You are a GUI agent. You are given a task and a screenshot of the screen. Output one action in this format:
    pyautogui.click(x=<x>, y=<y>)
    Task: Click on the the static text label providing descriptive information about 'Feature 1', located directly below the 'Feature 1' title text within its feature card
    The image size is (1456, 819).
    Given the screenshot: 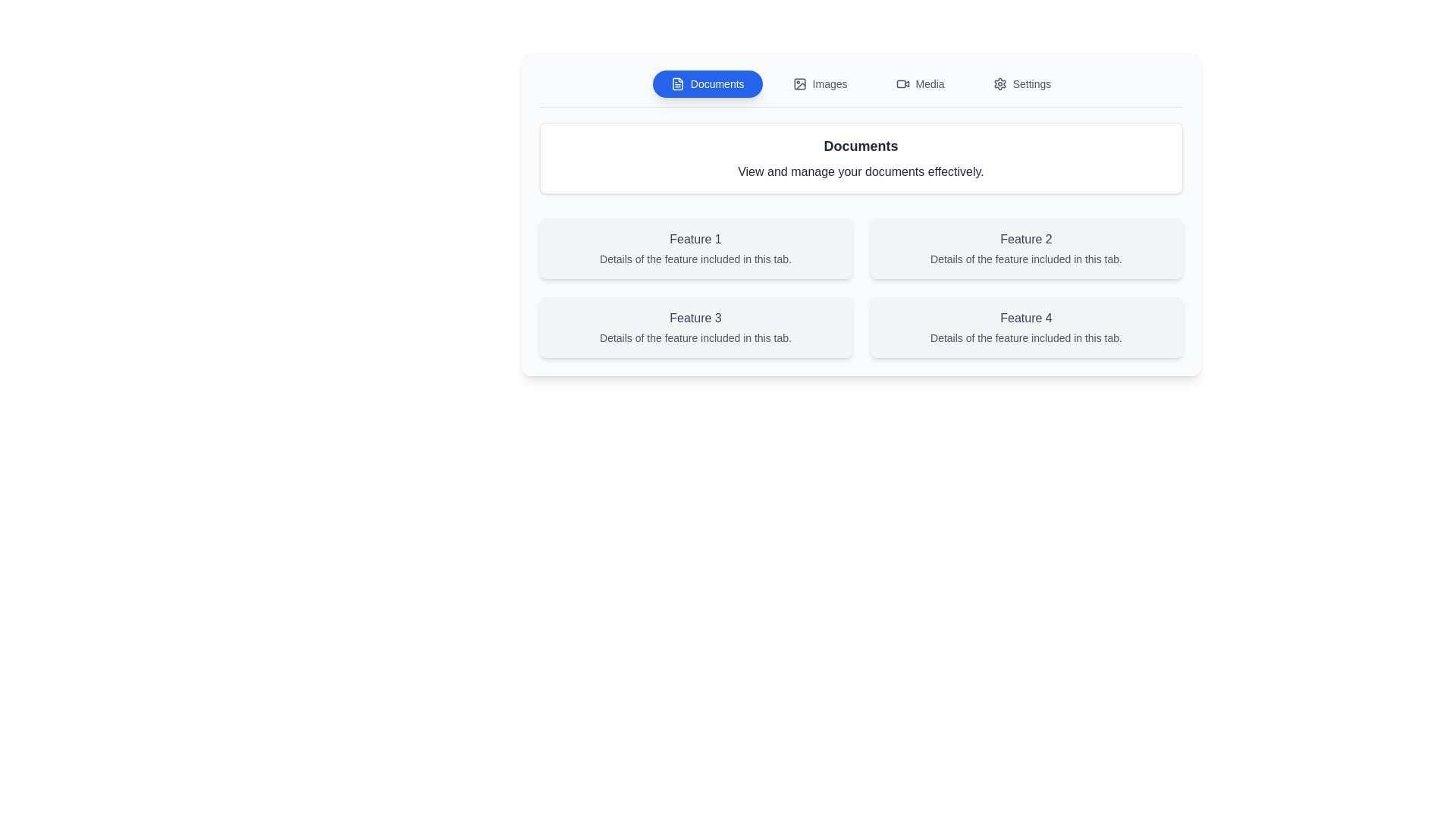 What is the action you would take?
    pyautogui.click(x=695, y=259)
    